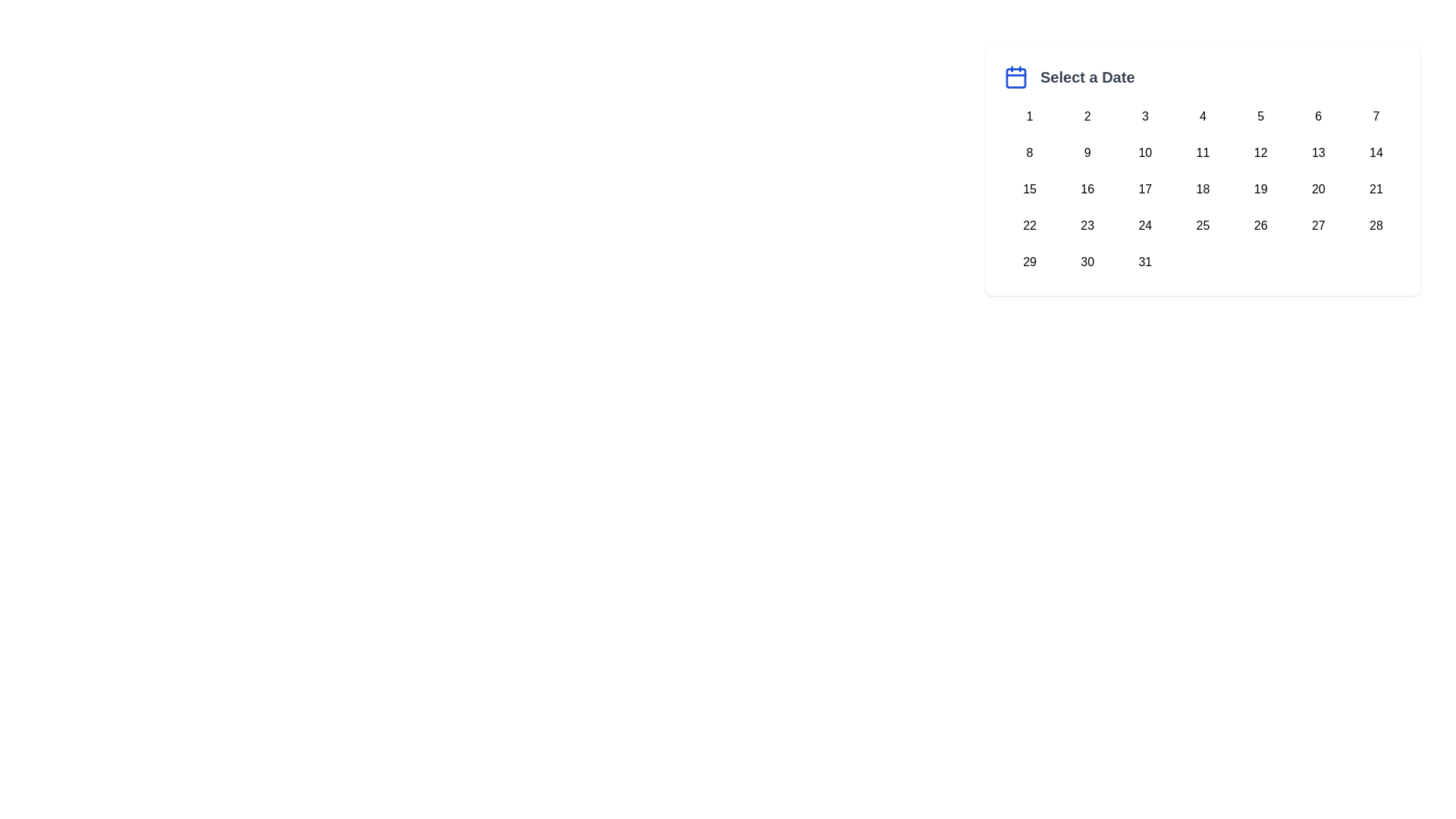  What do you see at coordinates (1317, 152) in the screenshot?
I see `the button representing day 13 in the calendar view` at bounding box center [1317, 152].